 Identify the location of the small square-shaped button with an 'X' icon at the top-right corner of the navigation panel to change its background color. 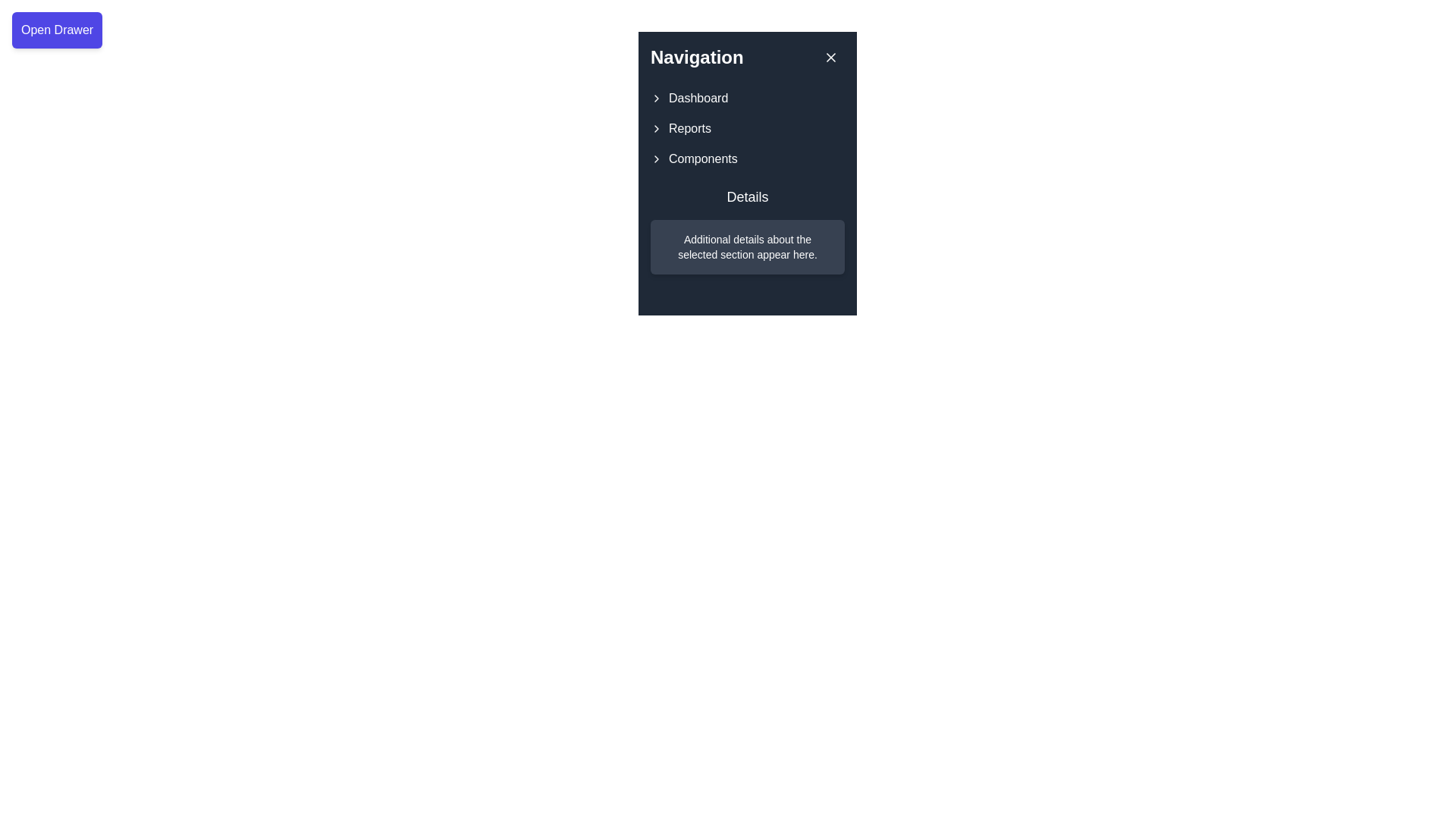
(830, 57).